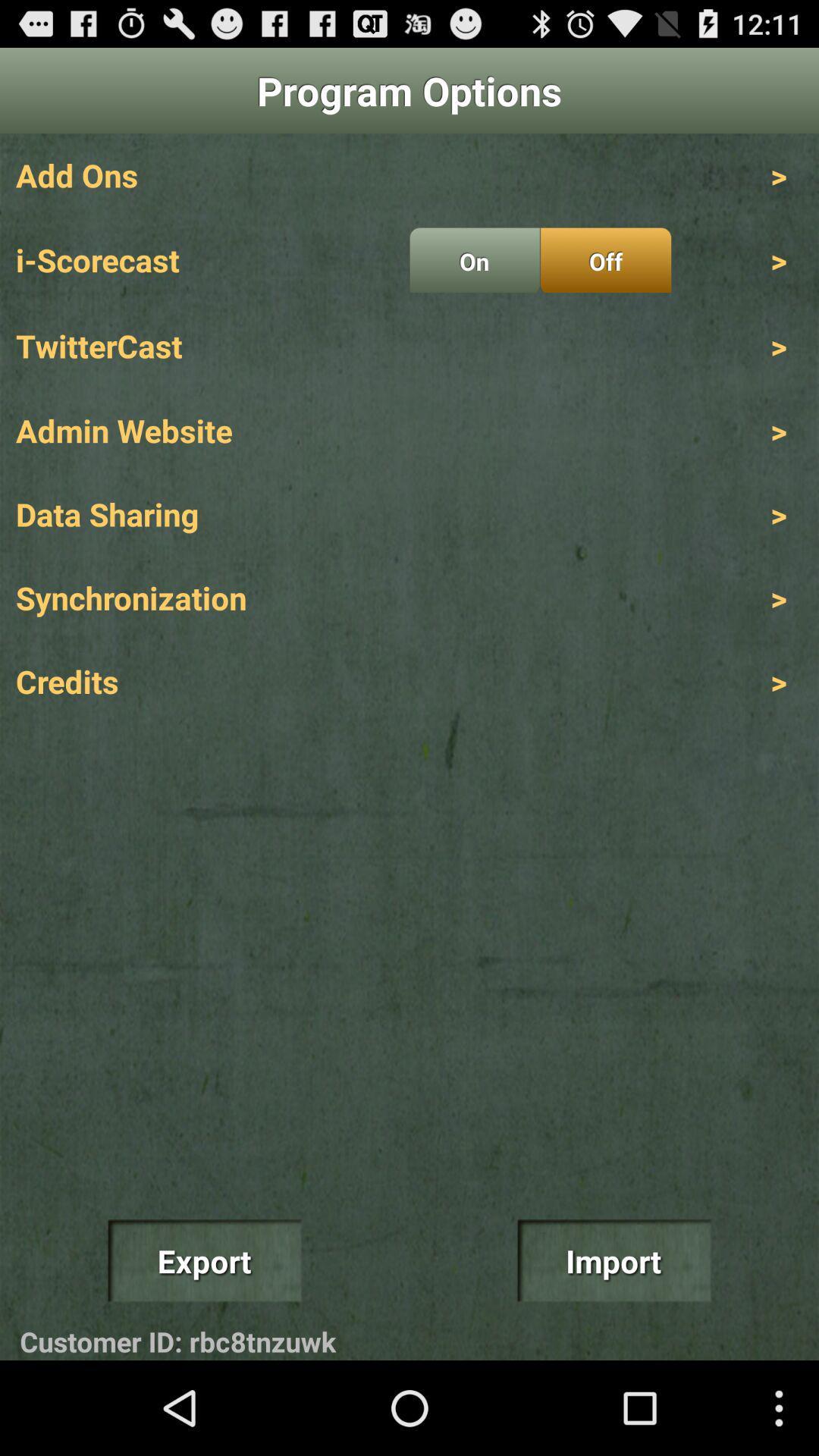 The height and width of the screenshot is (1456, 819). Describe the element at coordinates (474, 260) in the screenshot. I see `the item to the right of i-scorecast icon` at that location.